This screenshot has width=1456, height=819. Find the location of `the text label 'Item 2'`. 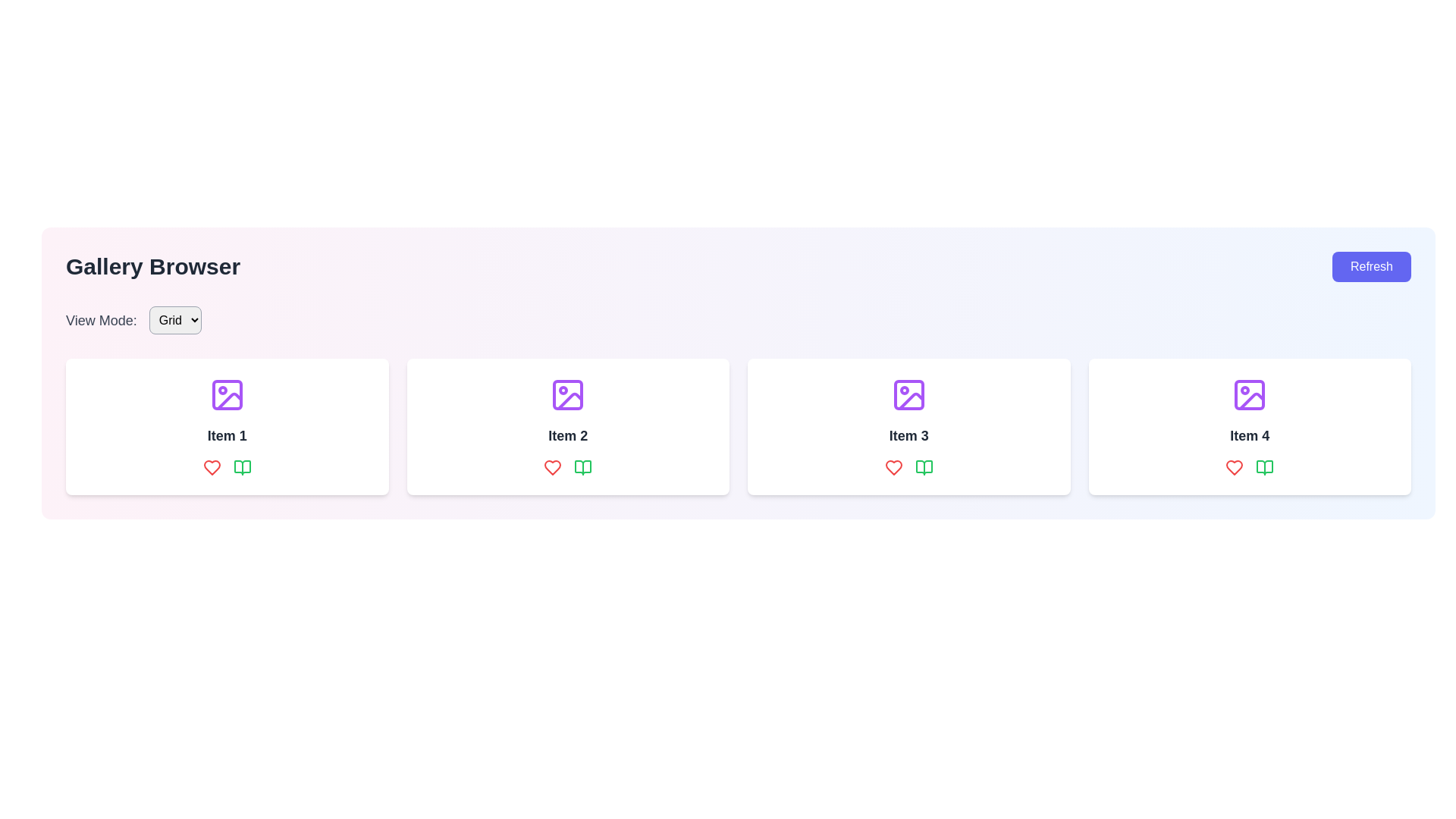

the text label 'Item 2' is located at coordinates (567, 435).